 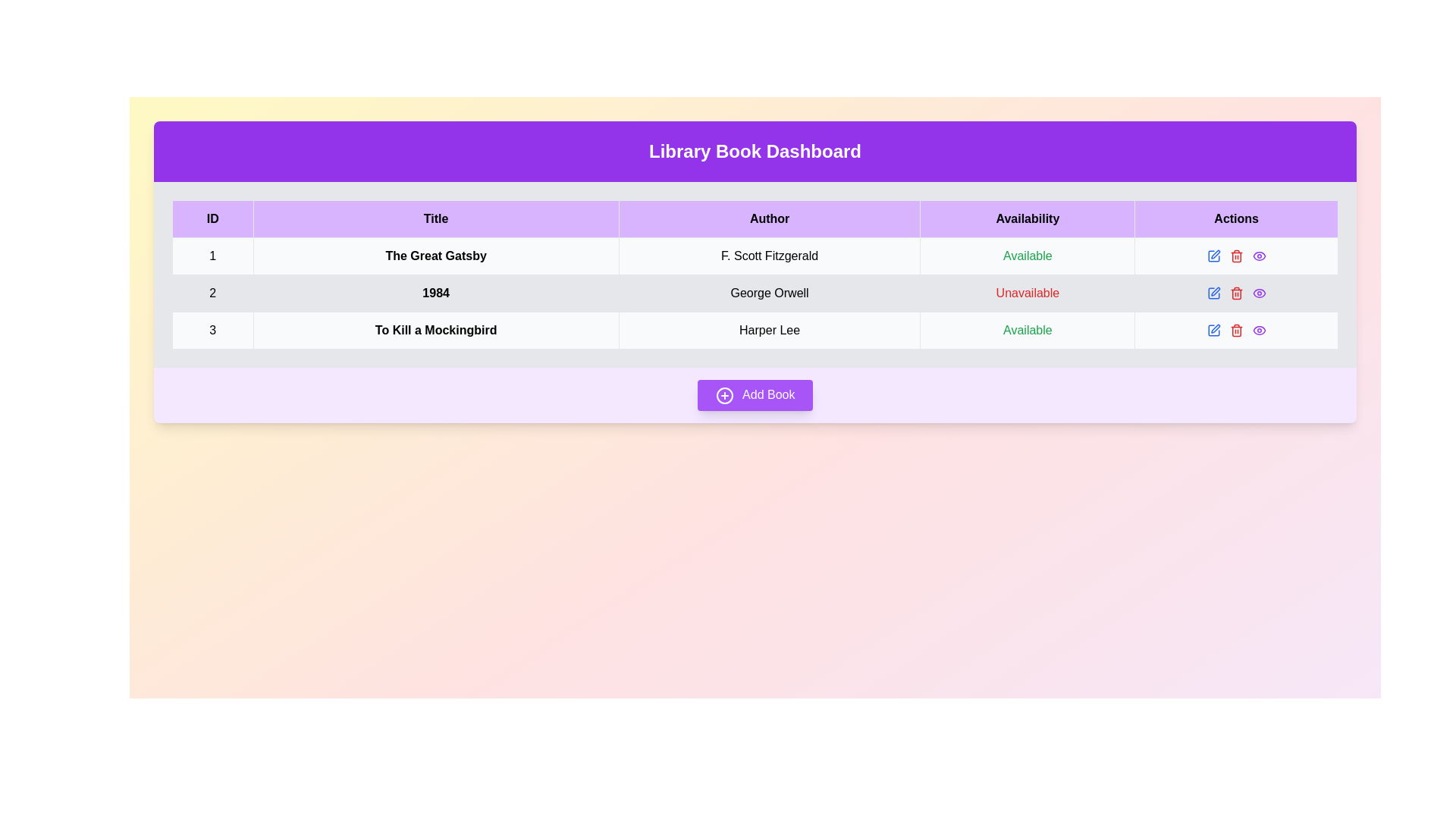 I want to click on the edit button located in the 'Actions' column of the second row, which corresponds to the information for '1984', so click(x=1212, y=293).